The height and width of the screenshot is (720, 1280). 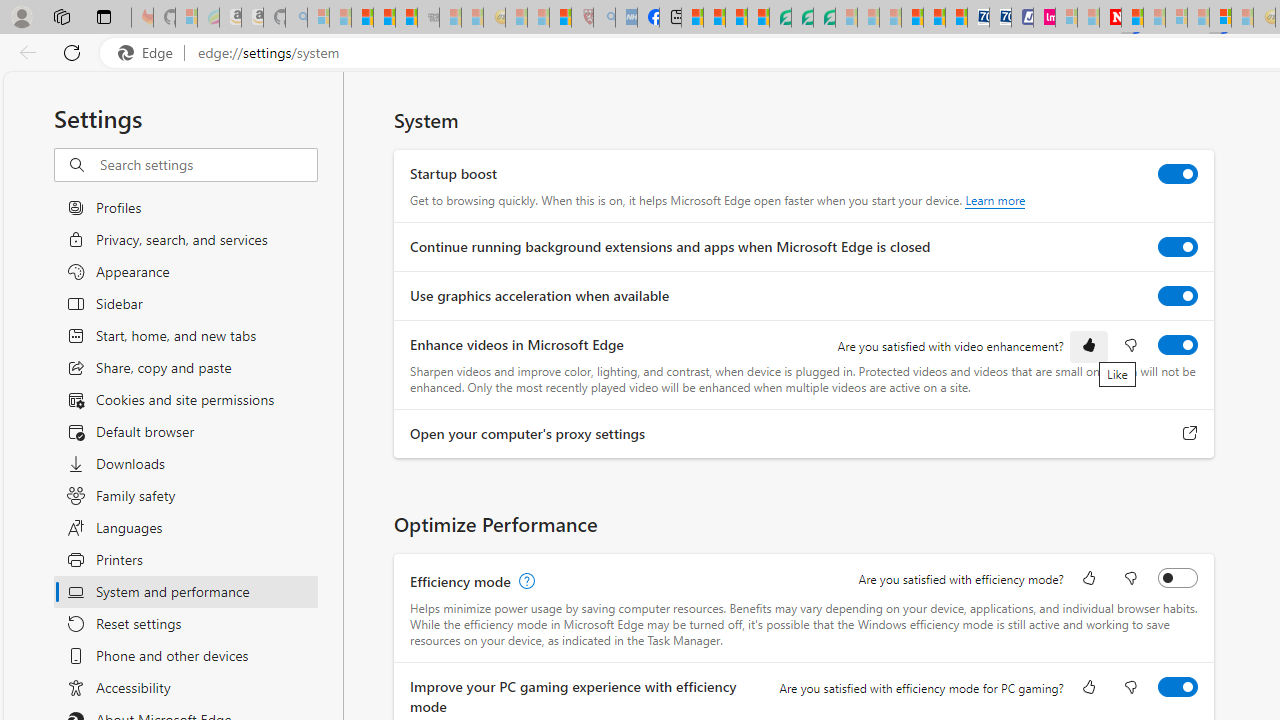 What do you see at coordinates (1178, 295) in the screenshot?
I see `'Use graphics acceleration when available'` at bounding box center [1178, 295].